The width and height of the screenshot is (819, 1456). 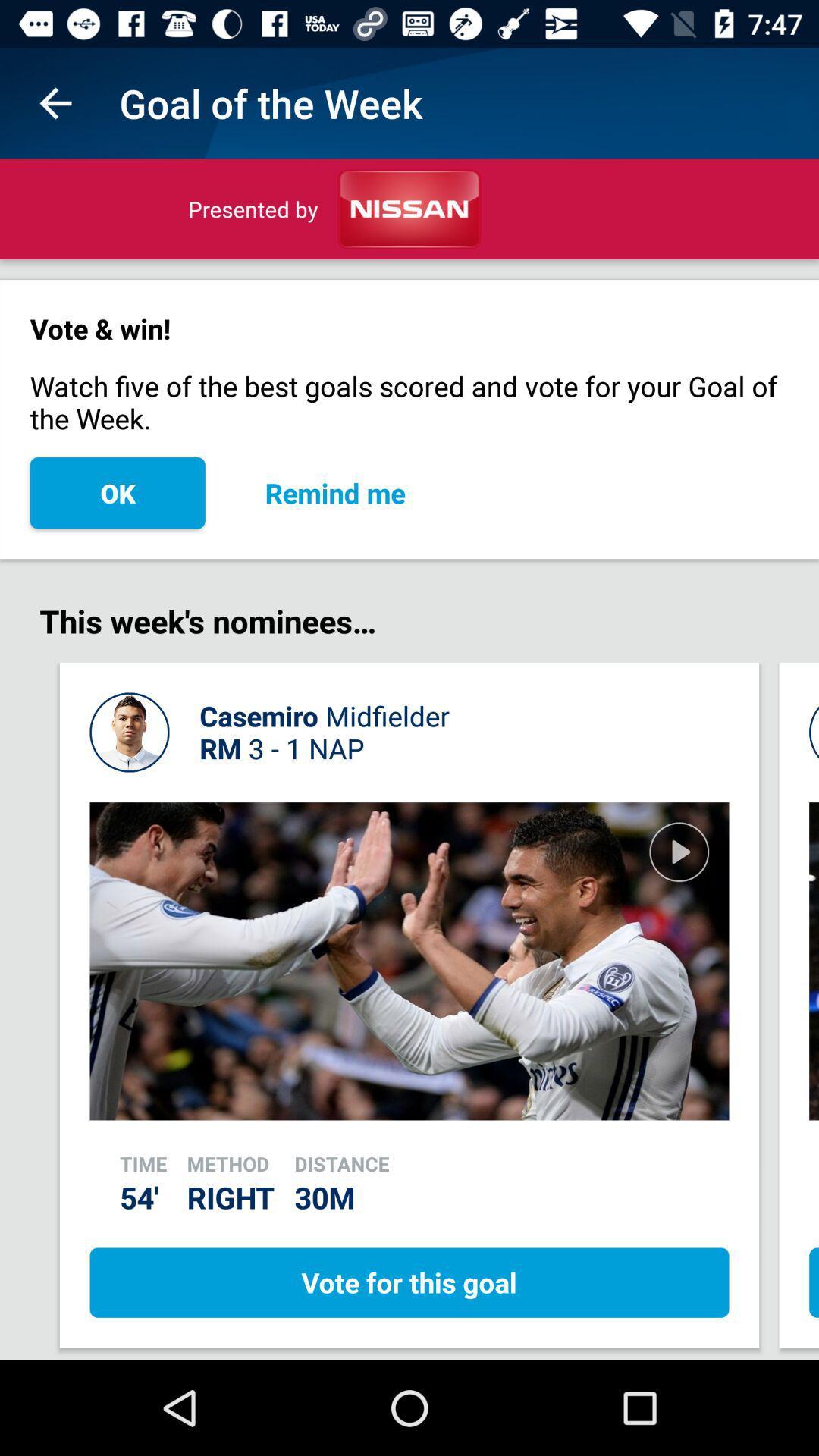 What do you see at coordinates (334, 493) in the screenshot?
I see `icon above the this week s item` at bounding box center [334, 493].